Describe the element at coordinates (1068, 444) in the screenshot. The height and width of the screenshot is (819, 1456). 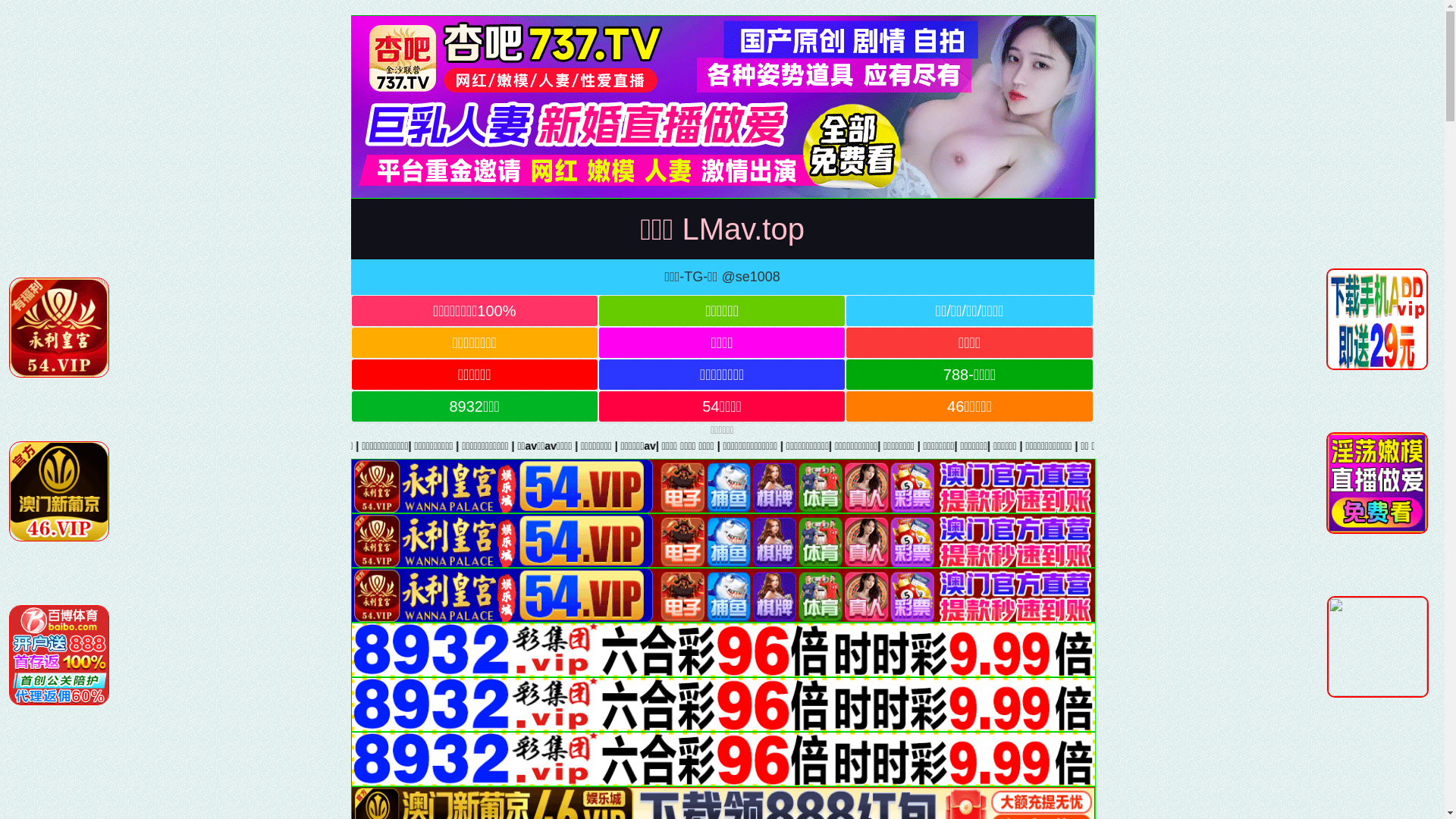
I see `'|'` at that location.